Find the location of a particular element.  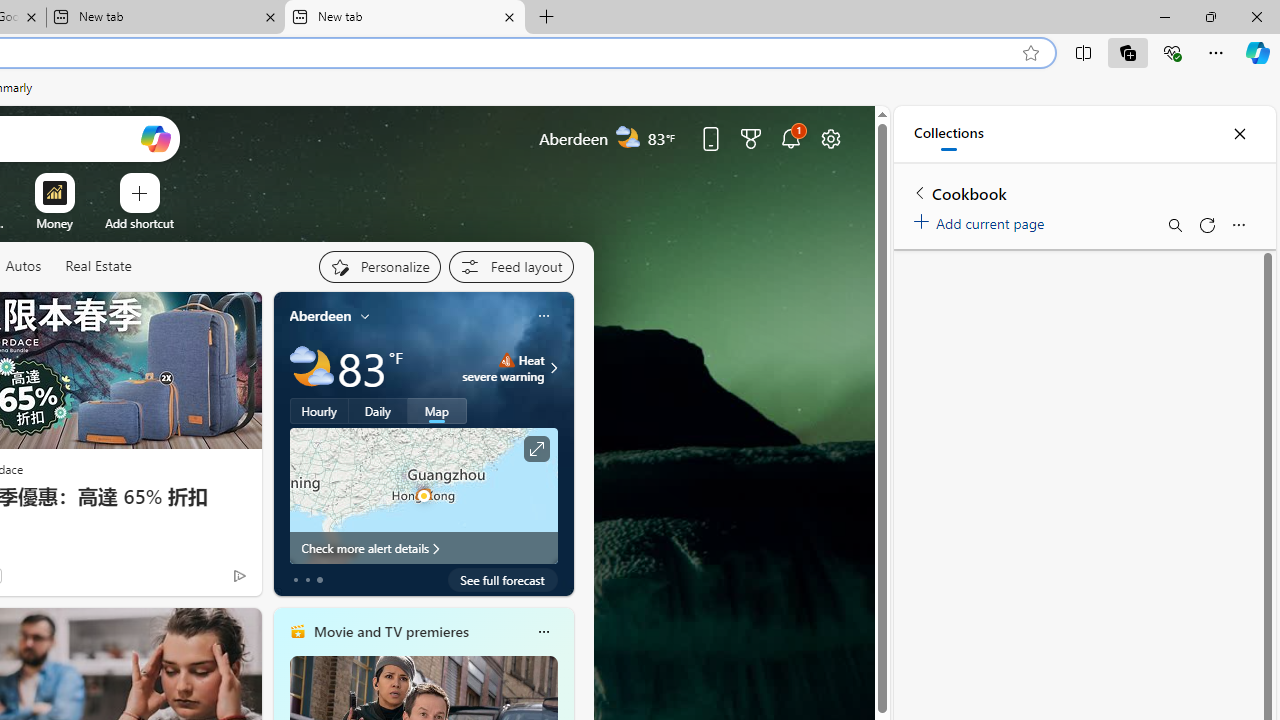

'Check more alert details' is located at coordinates (422, 547).